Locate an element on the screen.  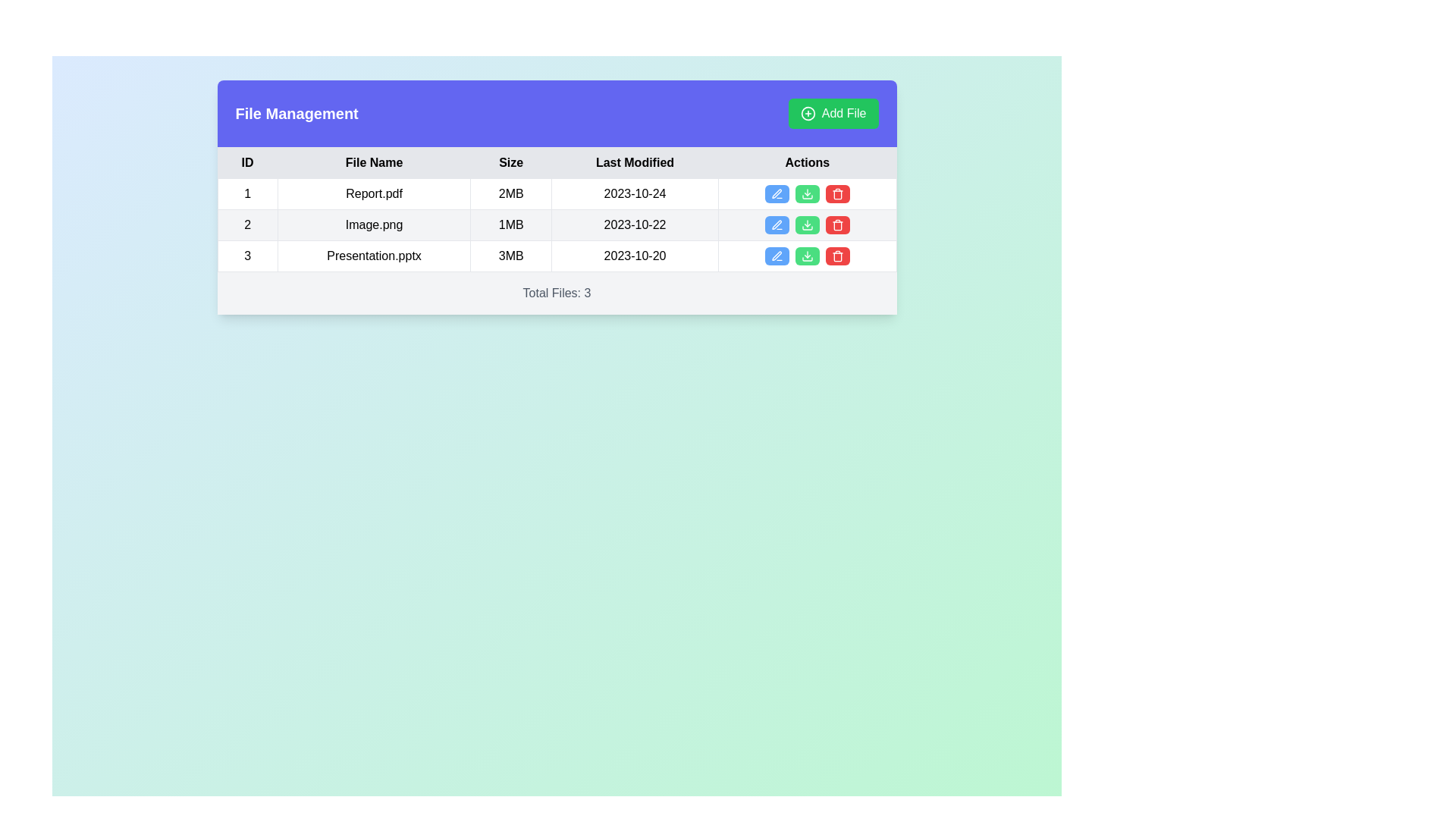
the text display indicating the last modification date of the file 'Presentation.pptx' in the fourth cell of the third row of the table is located at coordinates (635, 256).